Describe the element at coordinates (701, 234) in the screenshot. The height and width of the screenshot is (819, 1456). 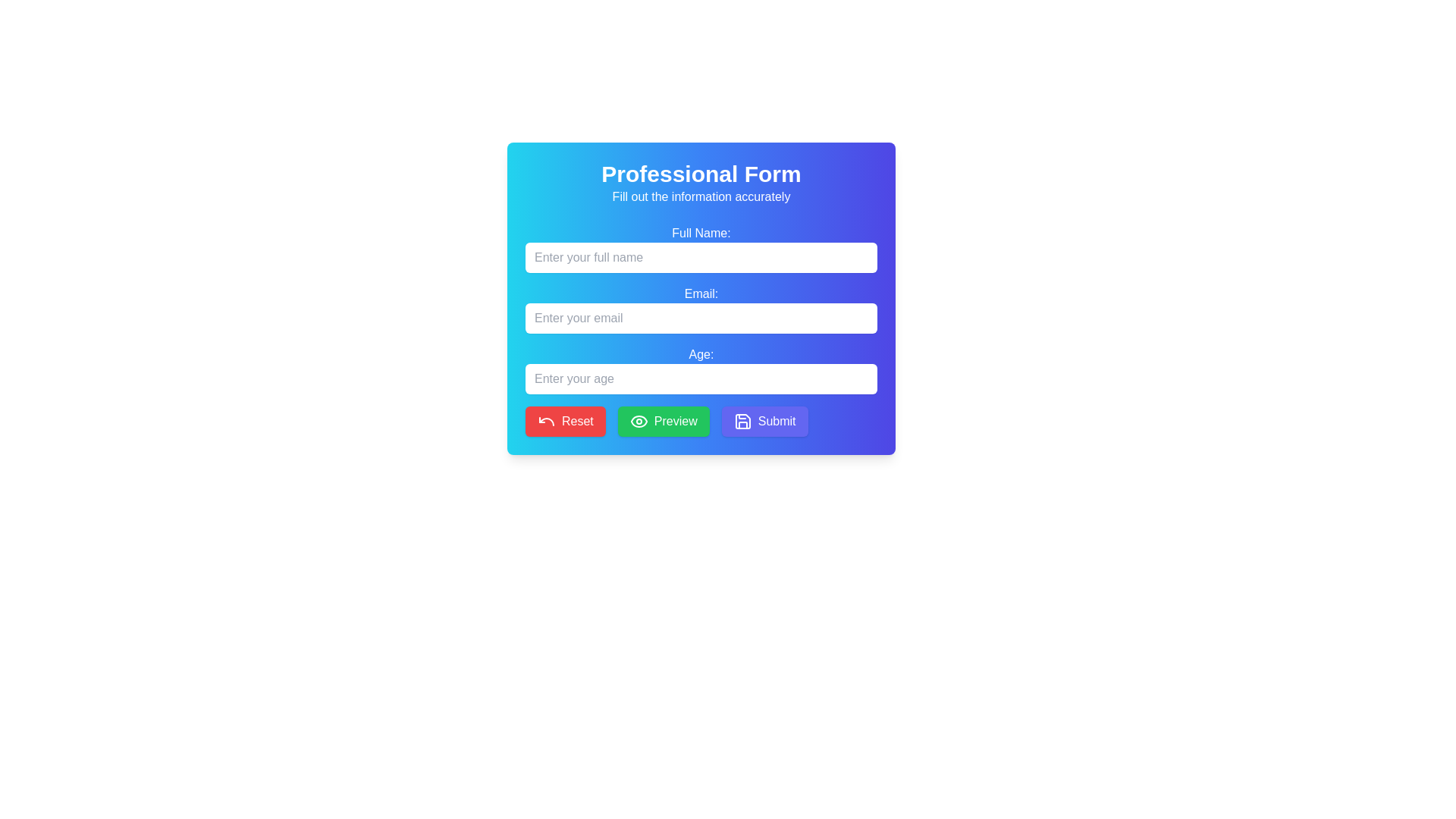
I see `the label that guides users for the full name input field in the form layout` at that location.